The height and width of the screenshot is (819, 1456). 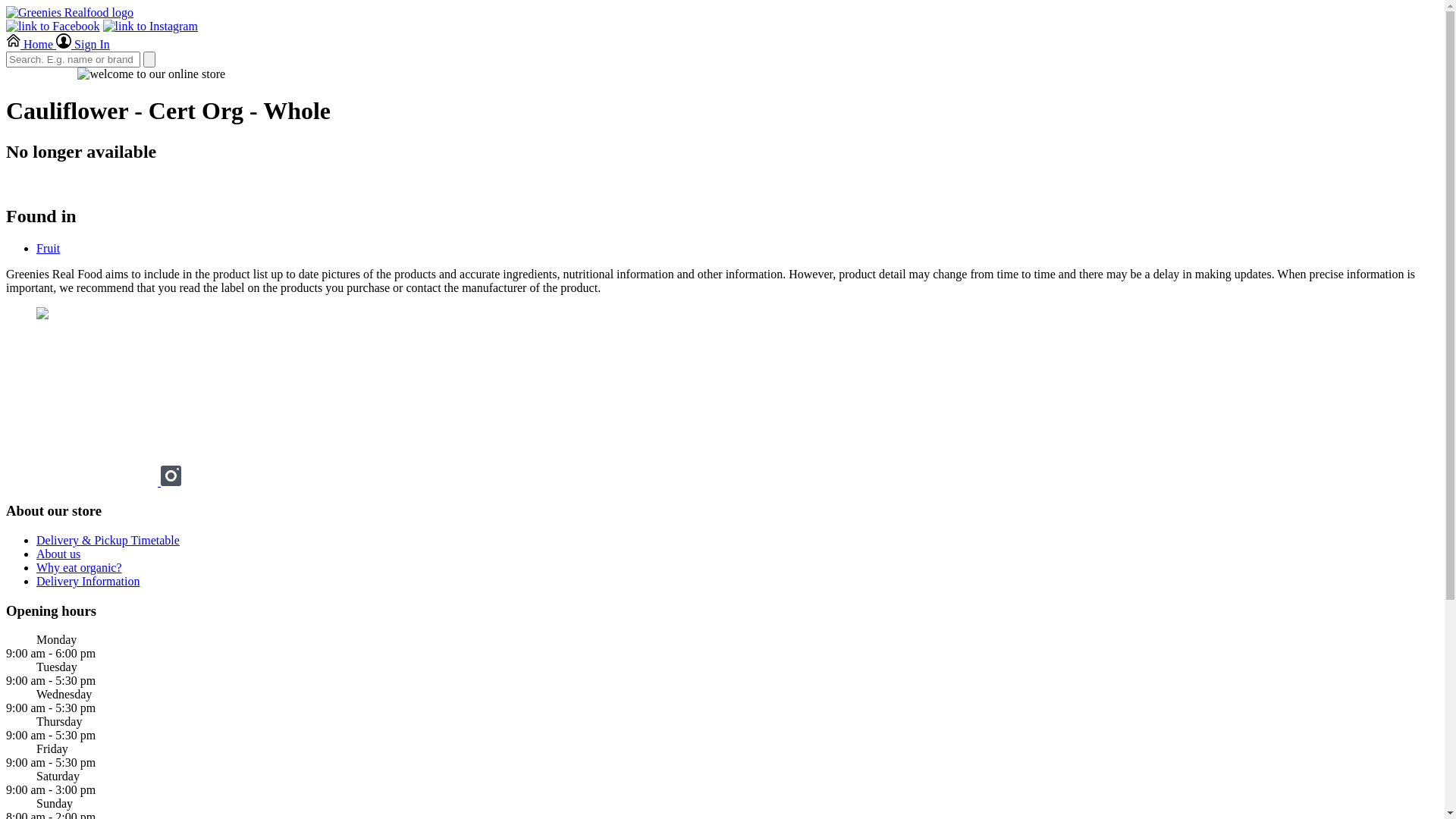 I want to click on 'Instagram greeniesrealfooddarwin', so click(x=171, y=482).